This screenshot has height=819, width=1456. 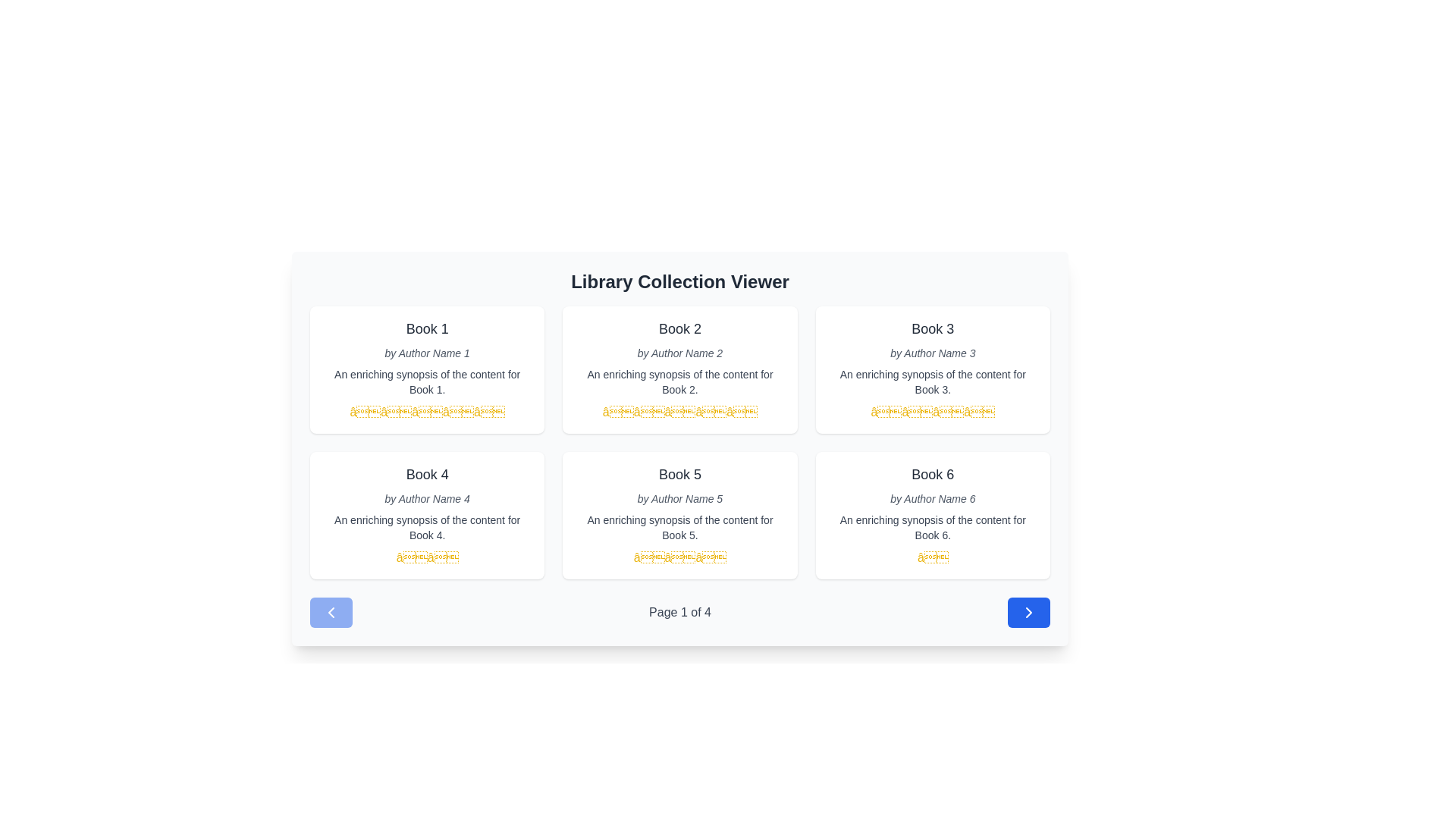 I want to click on the fourth star in the rating system displayed on the 'Book 1' card in the top-left of the grid, so click(x=457, y=412).